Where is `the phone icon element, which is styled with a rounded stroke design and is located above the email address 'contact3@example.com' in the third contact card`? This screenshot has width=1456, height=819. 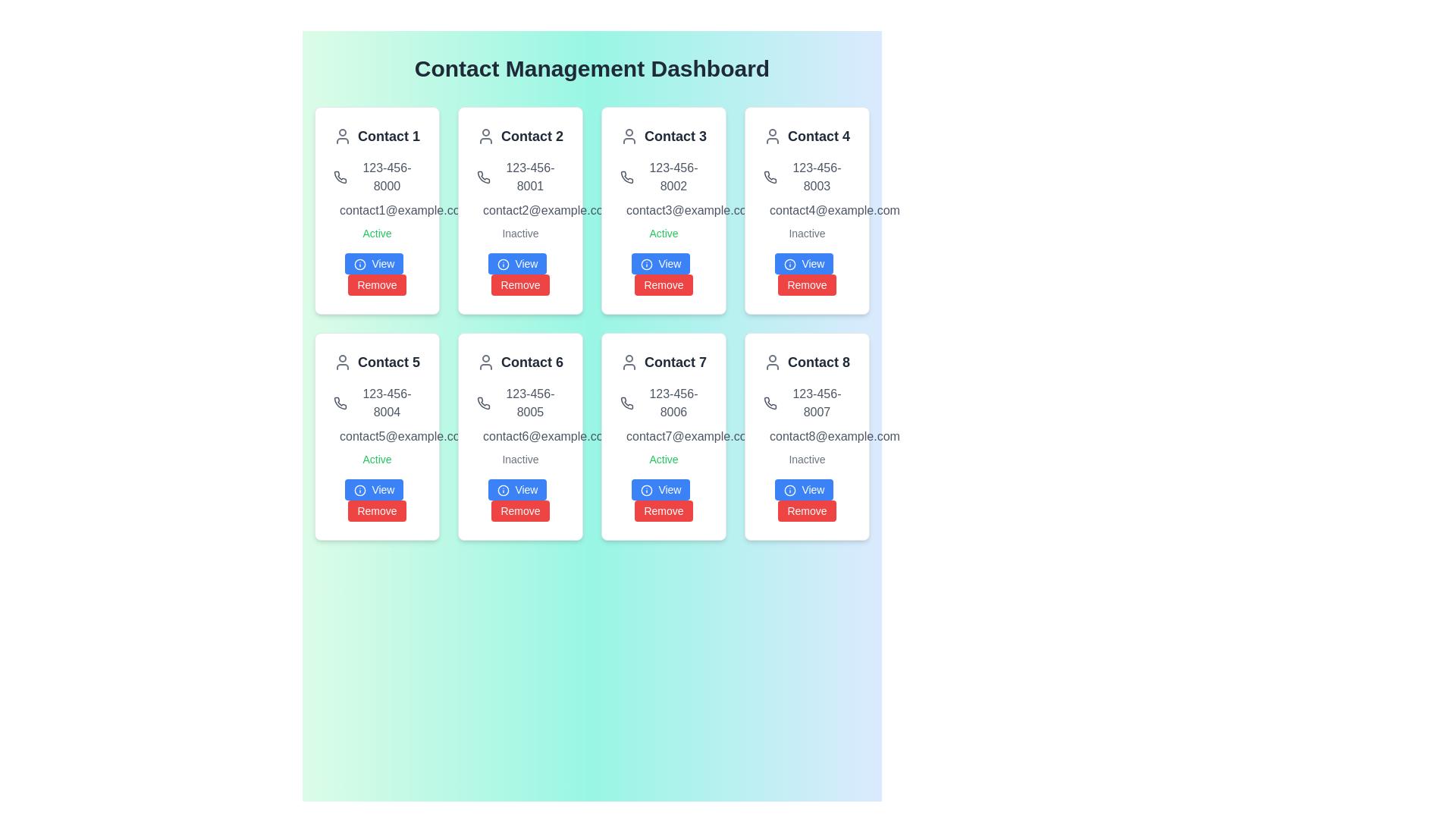
the phone icon element, which is styled with a rounded stroke design and is located above the email address 'contact3@example.com' in the third contact card is located at coordinates (626, 176).